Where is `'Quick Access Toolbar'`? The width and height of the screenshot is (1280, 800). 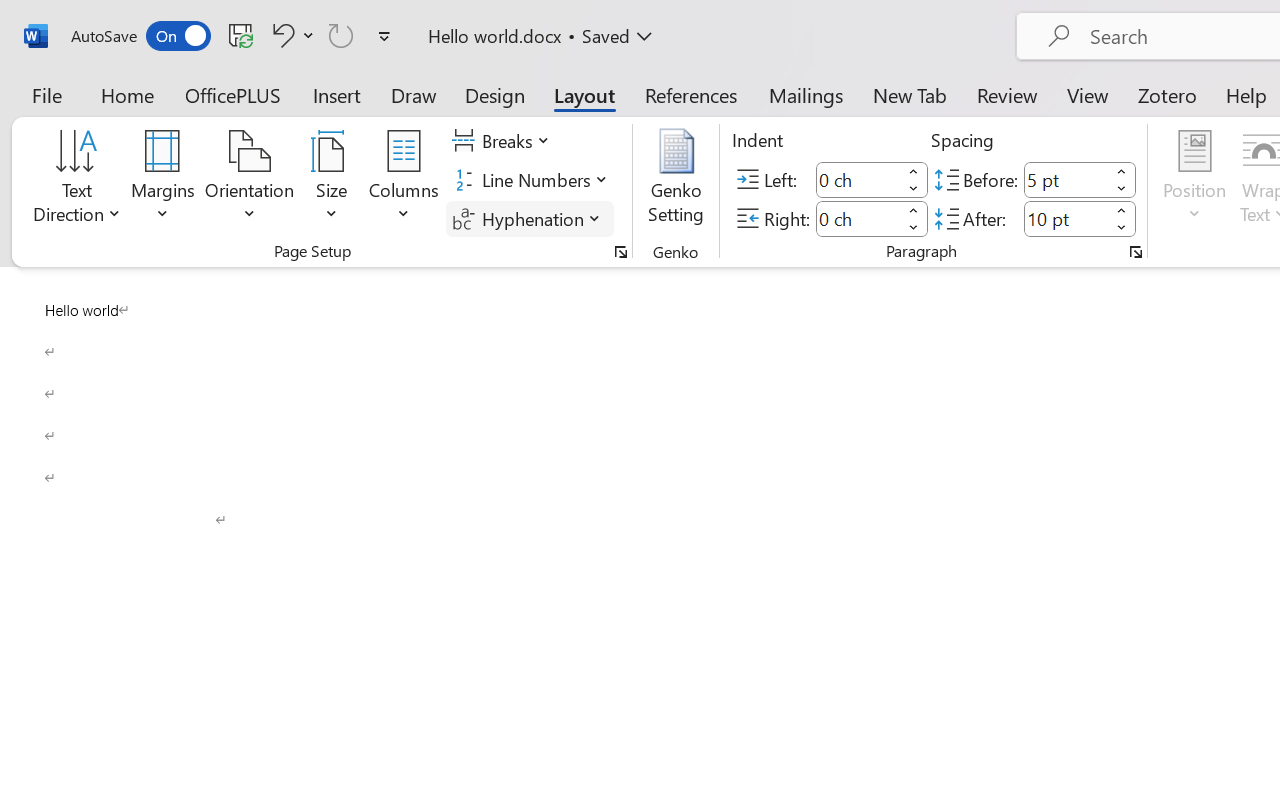 'Quick Access Toolbar' is located at coordinates (234, 35).